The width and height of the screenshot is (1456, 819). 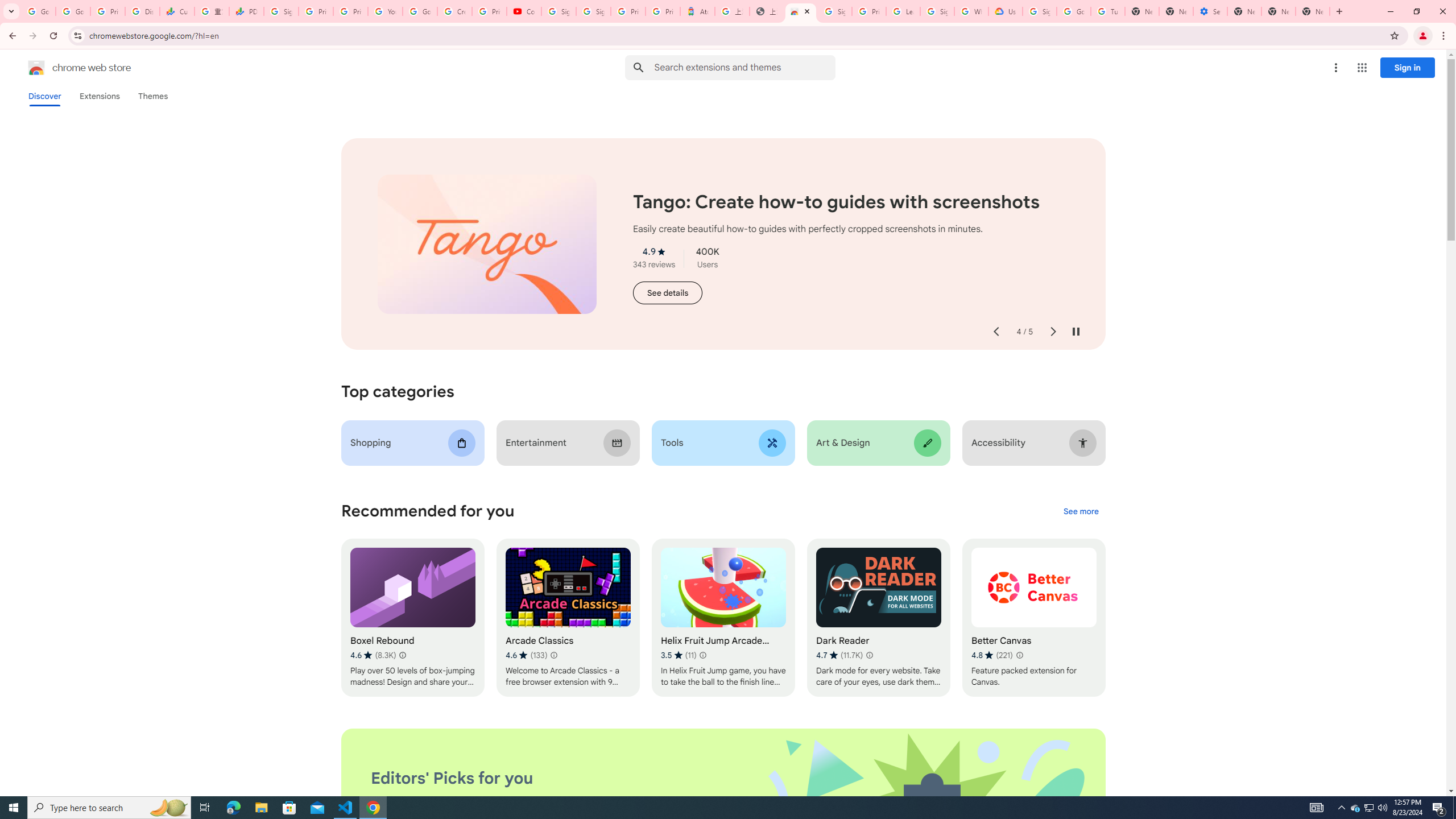 I want to click on 'Average rating 4.8 out of 5 stars. 221 ratings.', so click(x=992, y=655).